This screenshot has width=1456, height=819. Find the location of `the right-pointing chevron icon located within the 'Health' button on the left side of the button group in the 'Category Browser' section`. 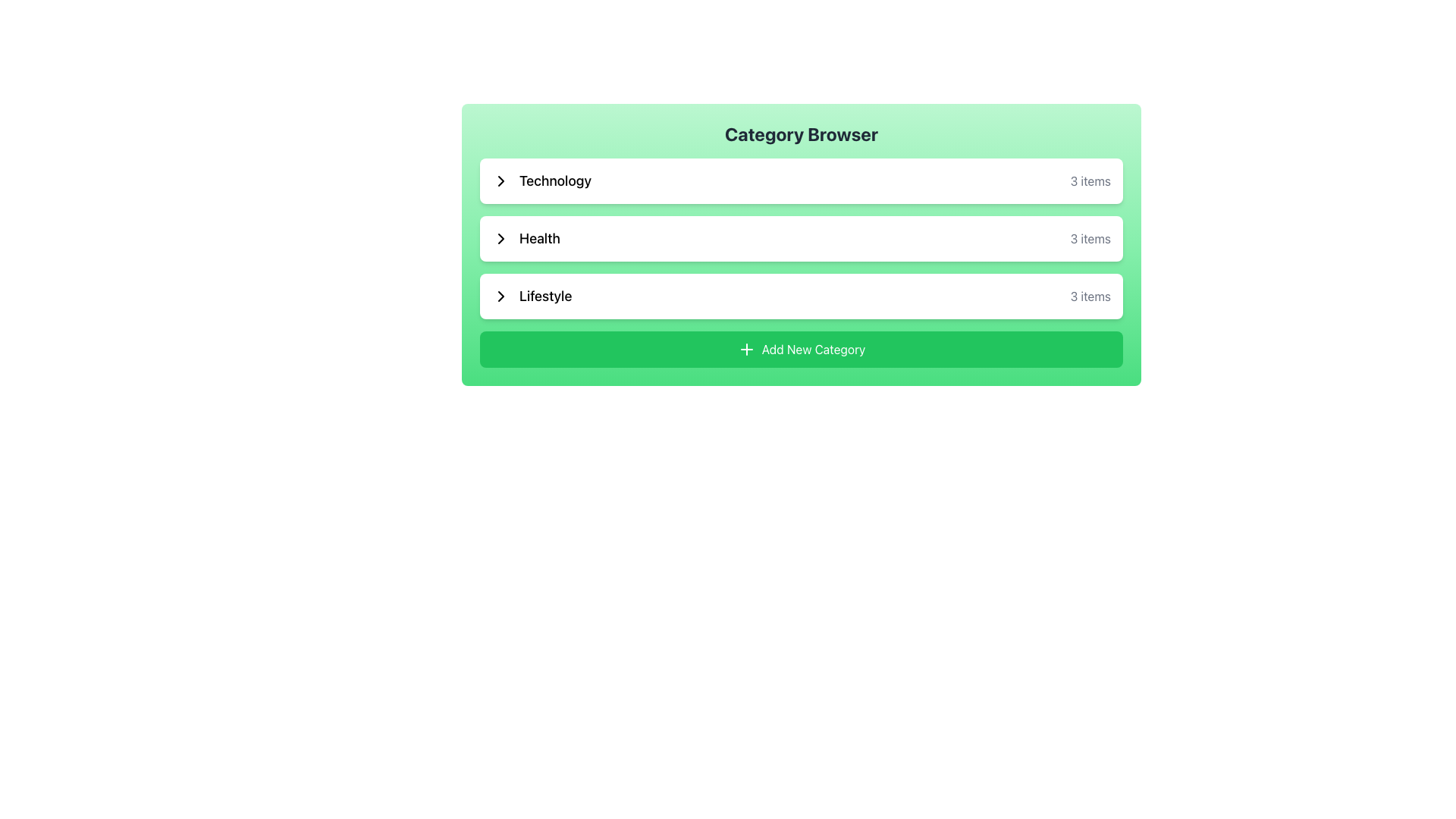

the right-pointing chevron icon located within the 'Health' button on the left side of the button group in the 'Category Browser' section is located at coordinates (501, 239).